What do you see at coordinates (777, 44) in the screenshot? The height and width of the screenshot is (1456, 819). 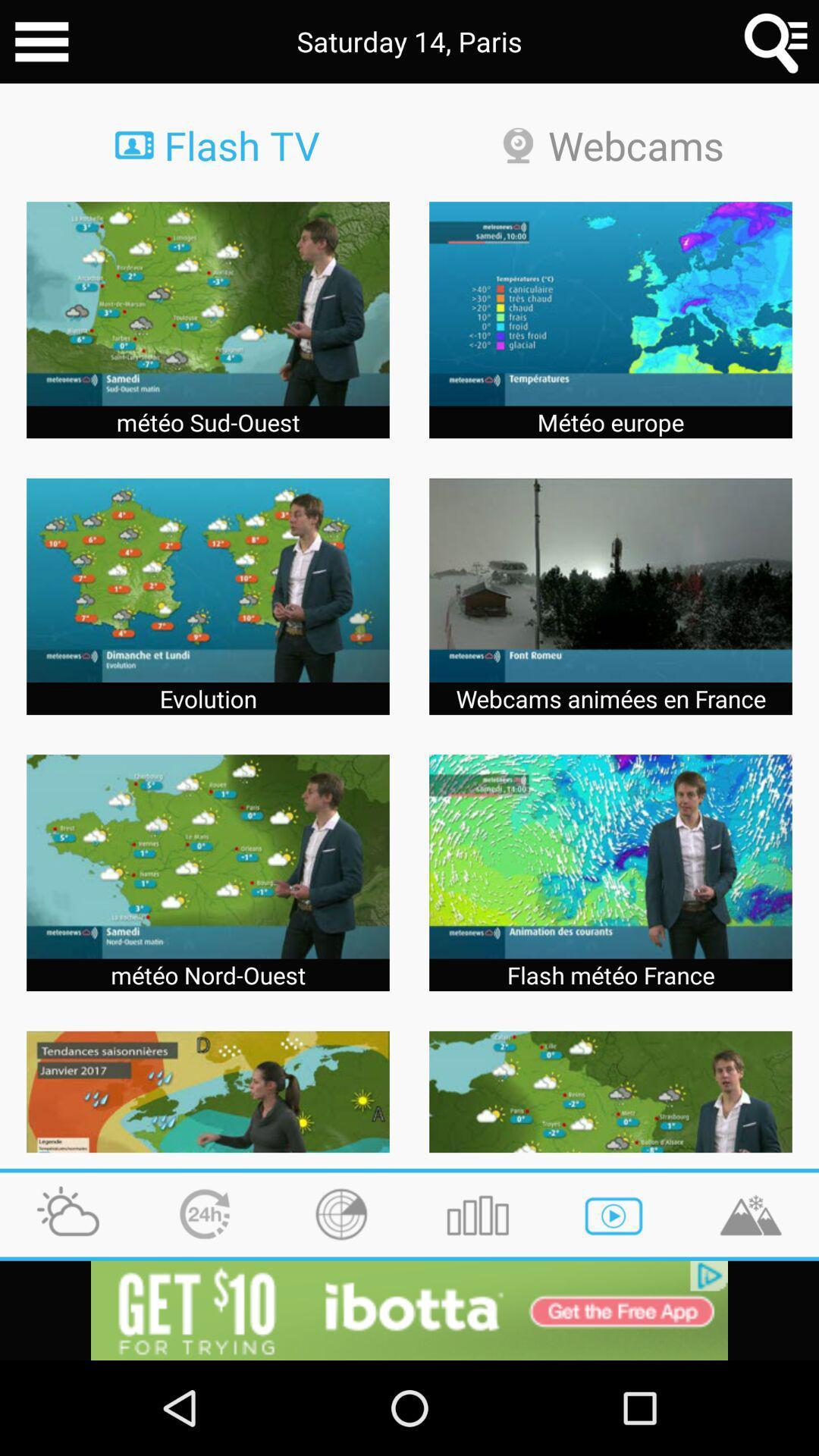 I see `the search icon` at bounding box center [777, 44].